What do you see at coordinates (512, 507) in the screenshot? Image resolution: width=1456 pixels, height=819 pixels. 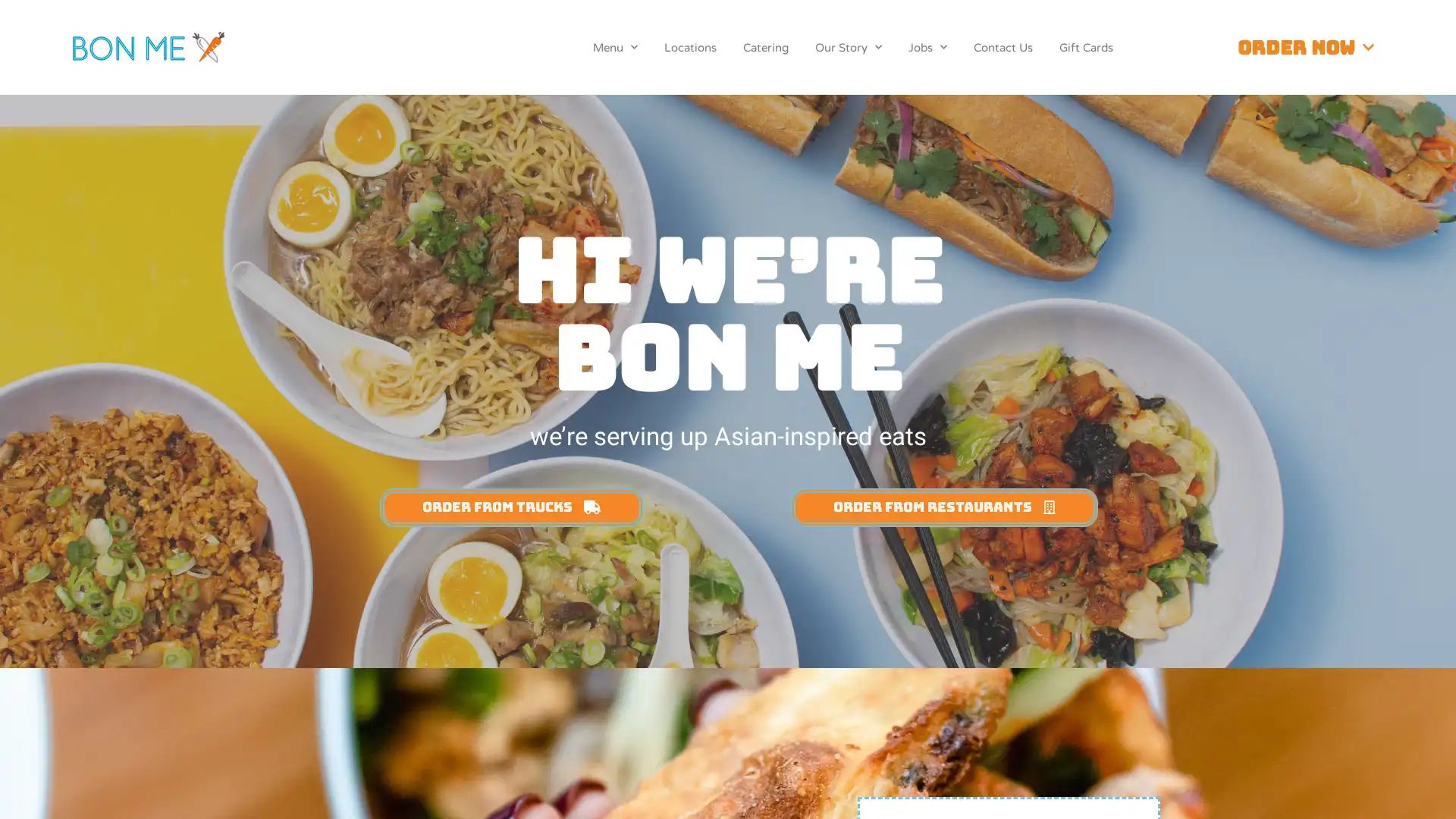 I see `ORDER FROM TRUCKS` at bounding box center [512, 507].